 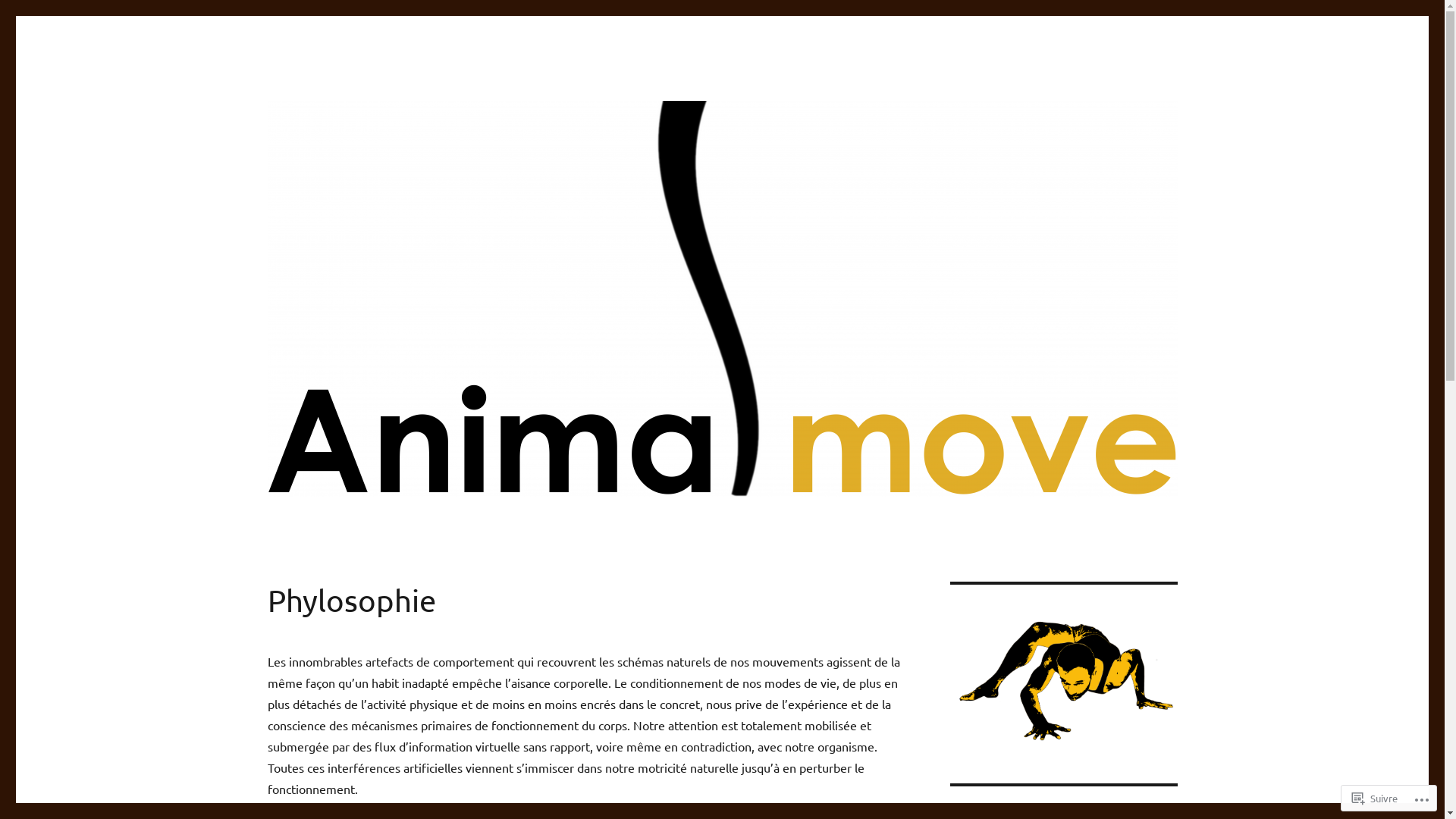 What do you see at coordinates (1375, 797) in the screenshot?
I see `'Suivre'` at bounding box center [1375, 797].